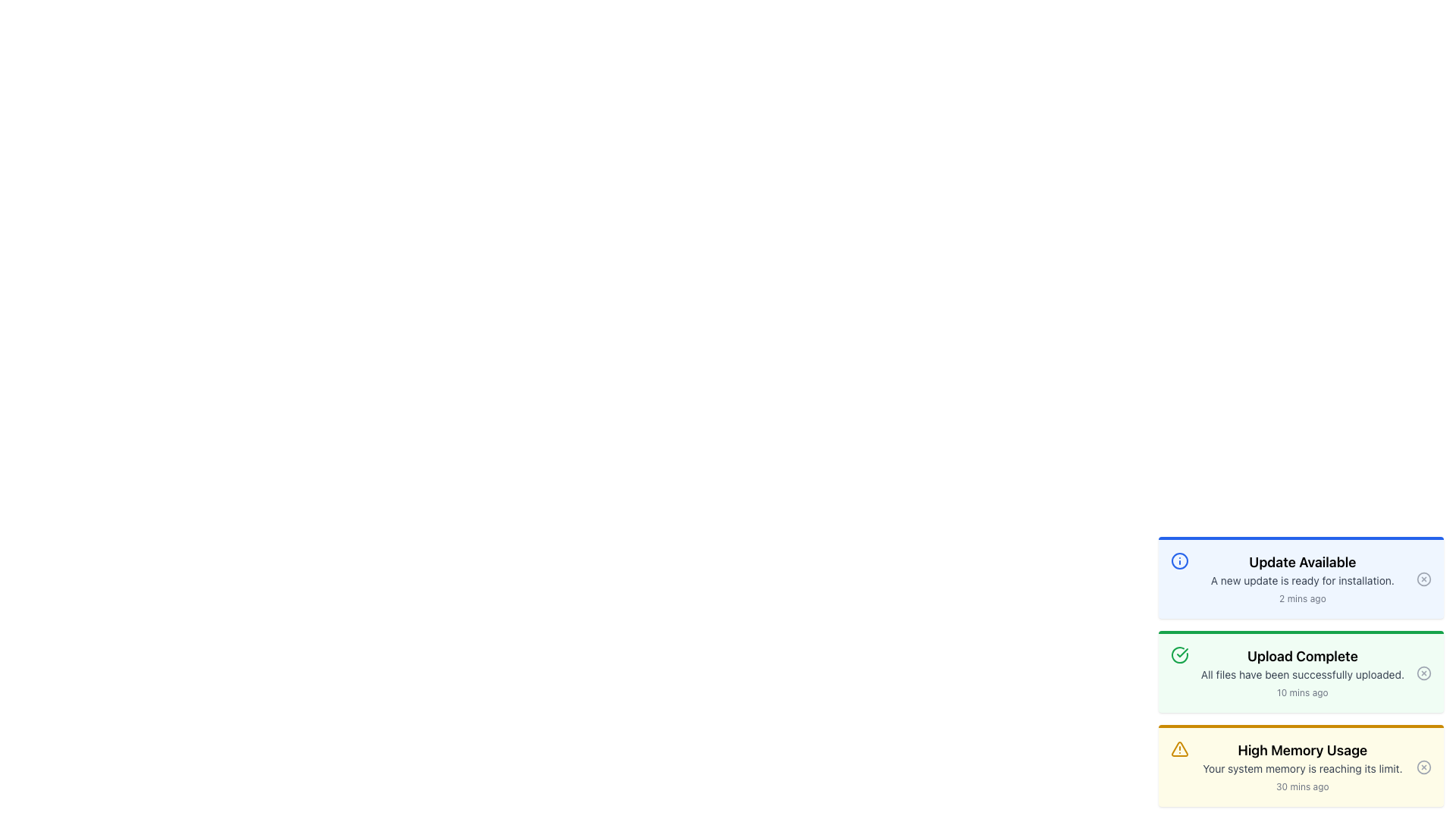  Describe the element at coordinates (1423, 767) in the screenshot. I see `the SVG circle element with a radius of 10 units, located within the interactive icon of the 'High Memory Usage' notification card at the top right corner` at that location.